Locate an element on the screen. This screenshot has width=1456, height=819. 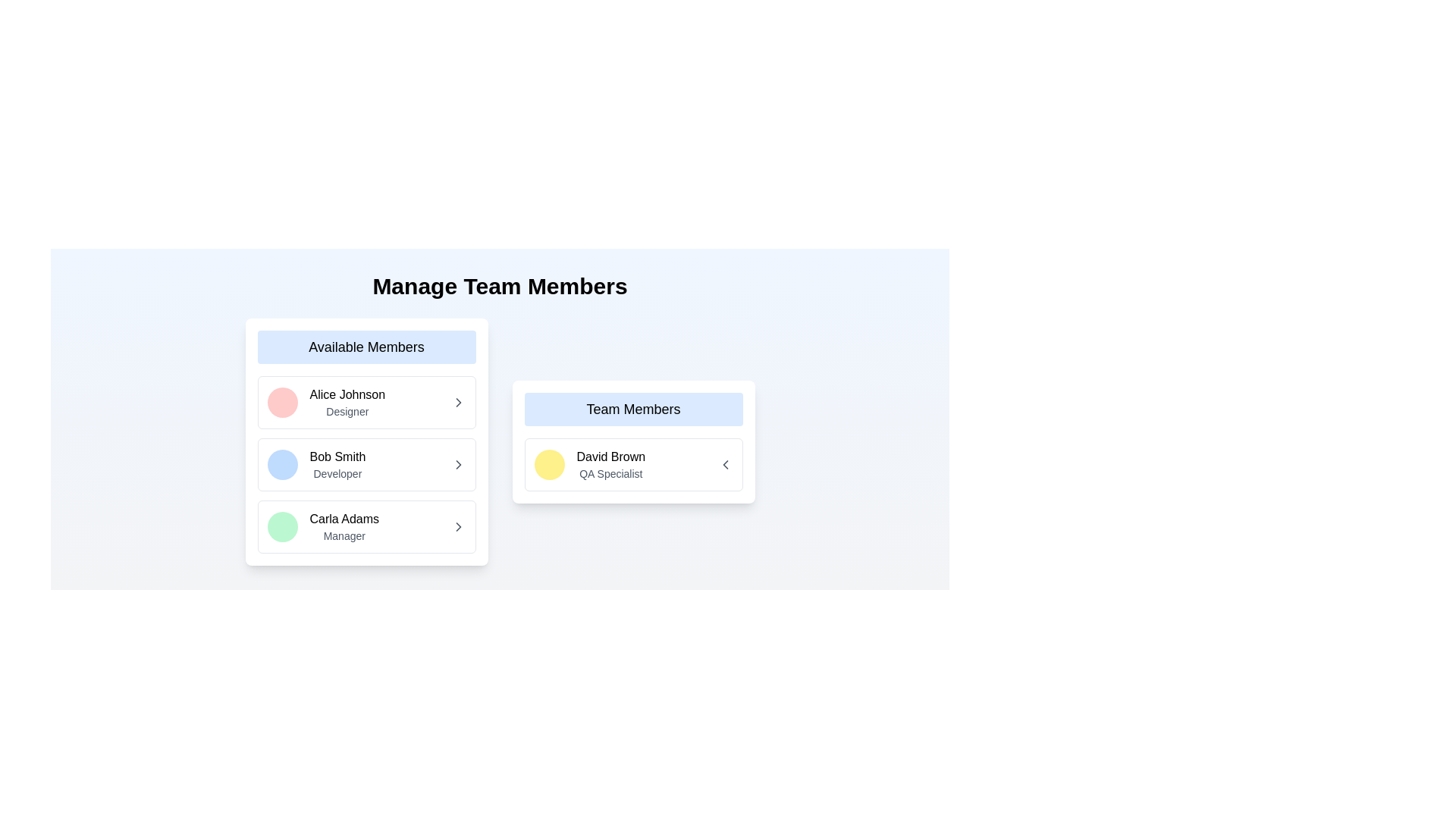
text label displaying 'Manager' located beneath 'Carla Adams' in the 'Available Members' list is located at coordinates (344, 535).